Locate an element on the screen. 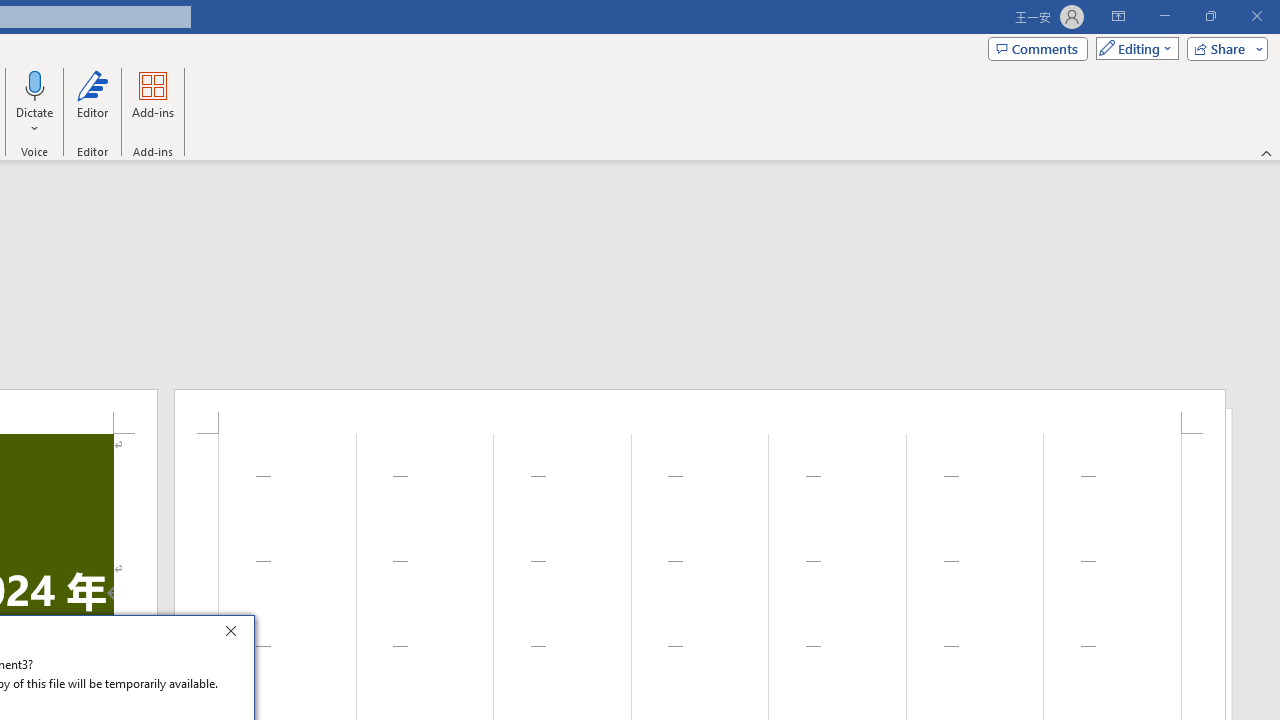  'Mode' is located at coordinates (1133, 47).